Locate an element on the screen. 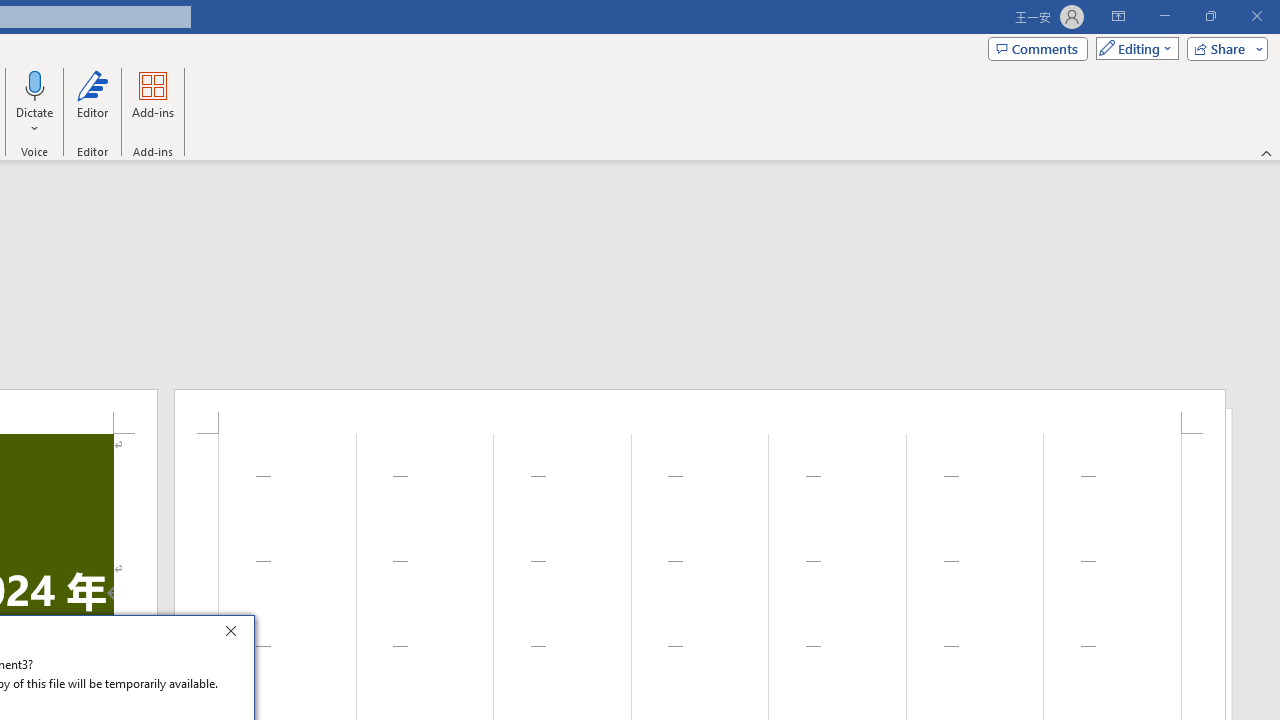  'Mode' is located at coordinates (1133, 47).